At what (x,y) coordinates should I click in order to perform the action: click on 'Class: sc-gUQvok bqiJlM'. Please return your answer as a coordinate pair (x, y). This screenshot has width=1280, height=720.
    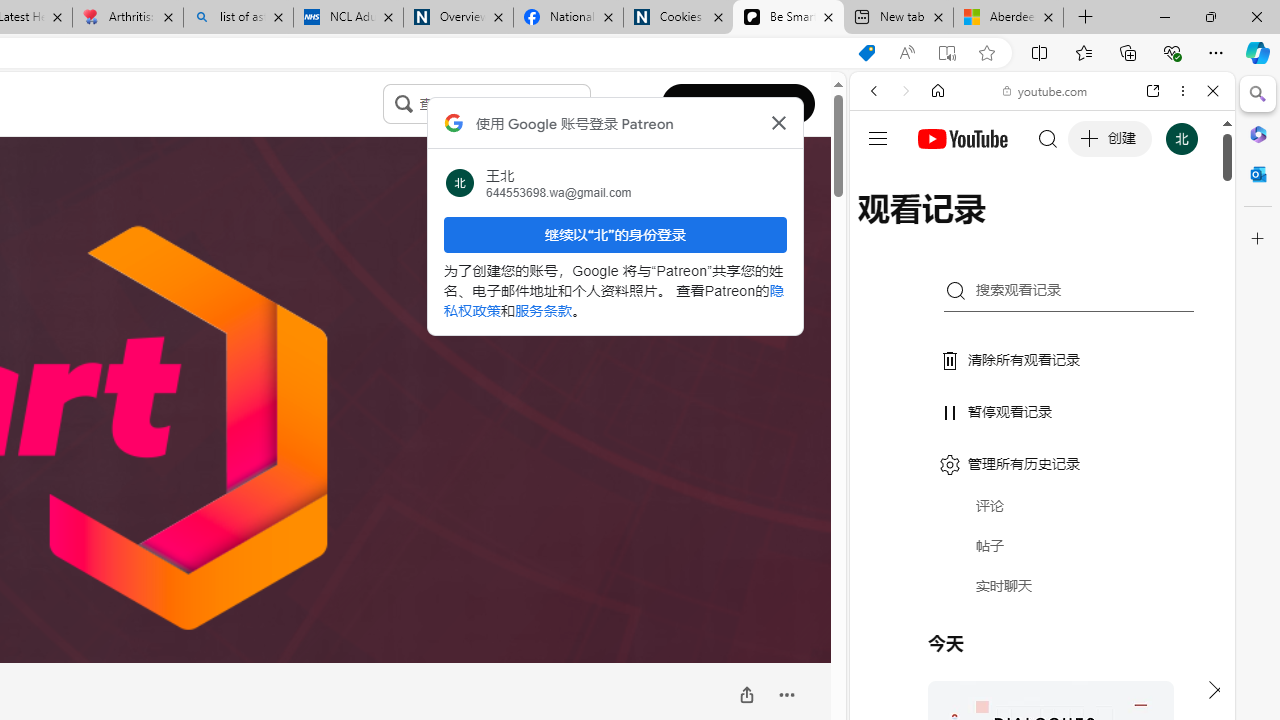
    Looking at the image, I should click on (584, 104).